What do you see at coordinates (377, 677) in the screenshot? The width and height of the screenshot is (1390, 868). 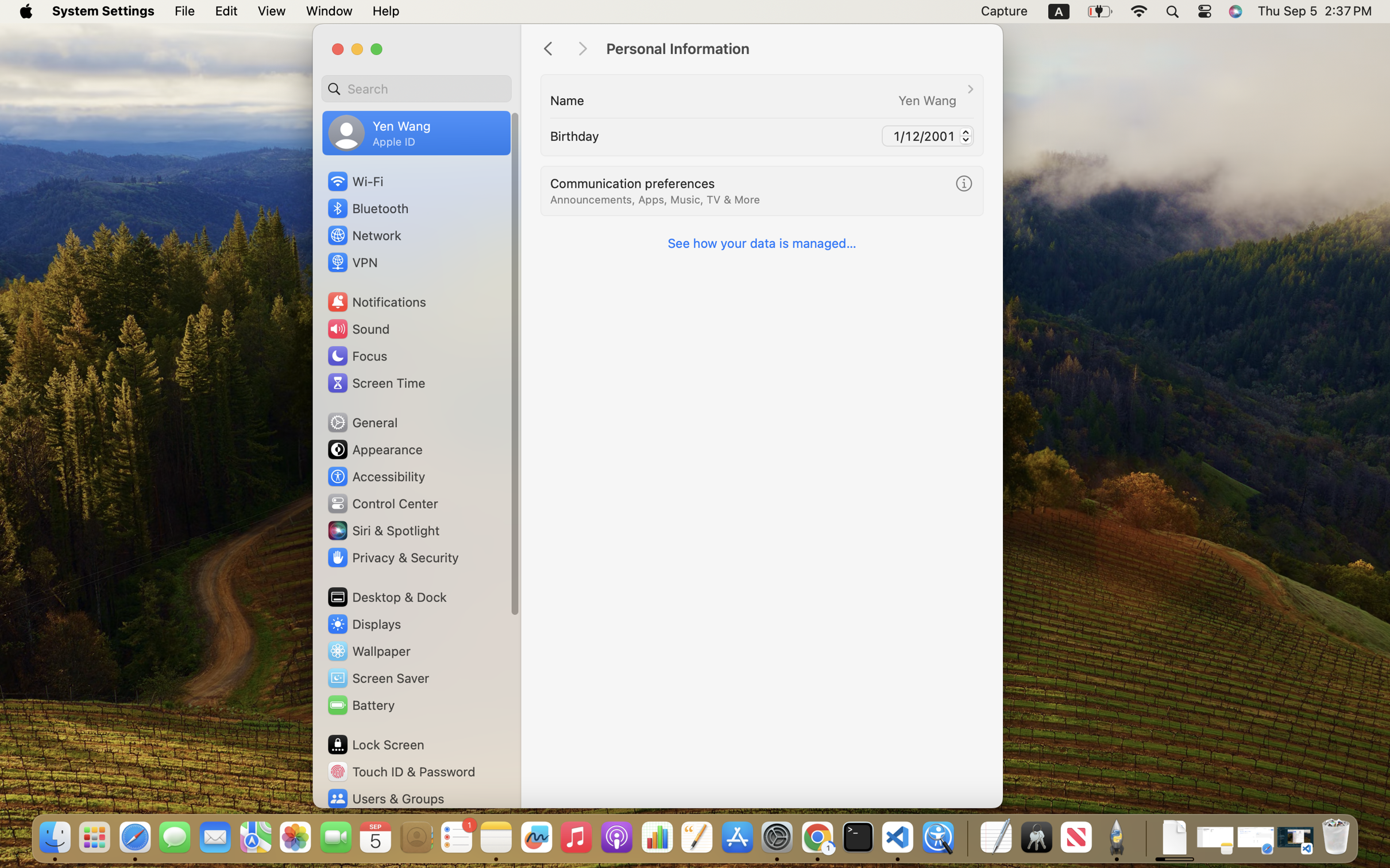 I see `'Screen Saver'` at bounding box center [377, 677].